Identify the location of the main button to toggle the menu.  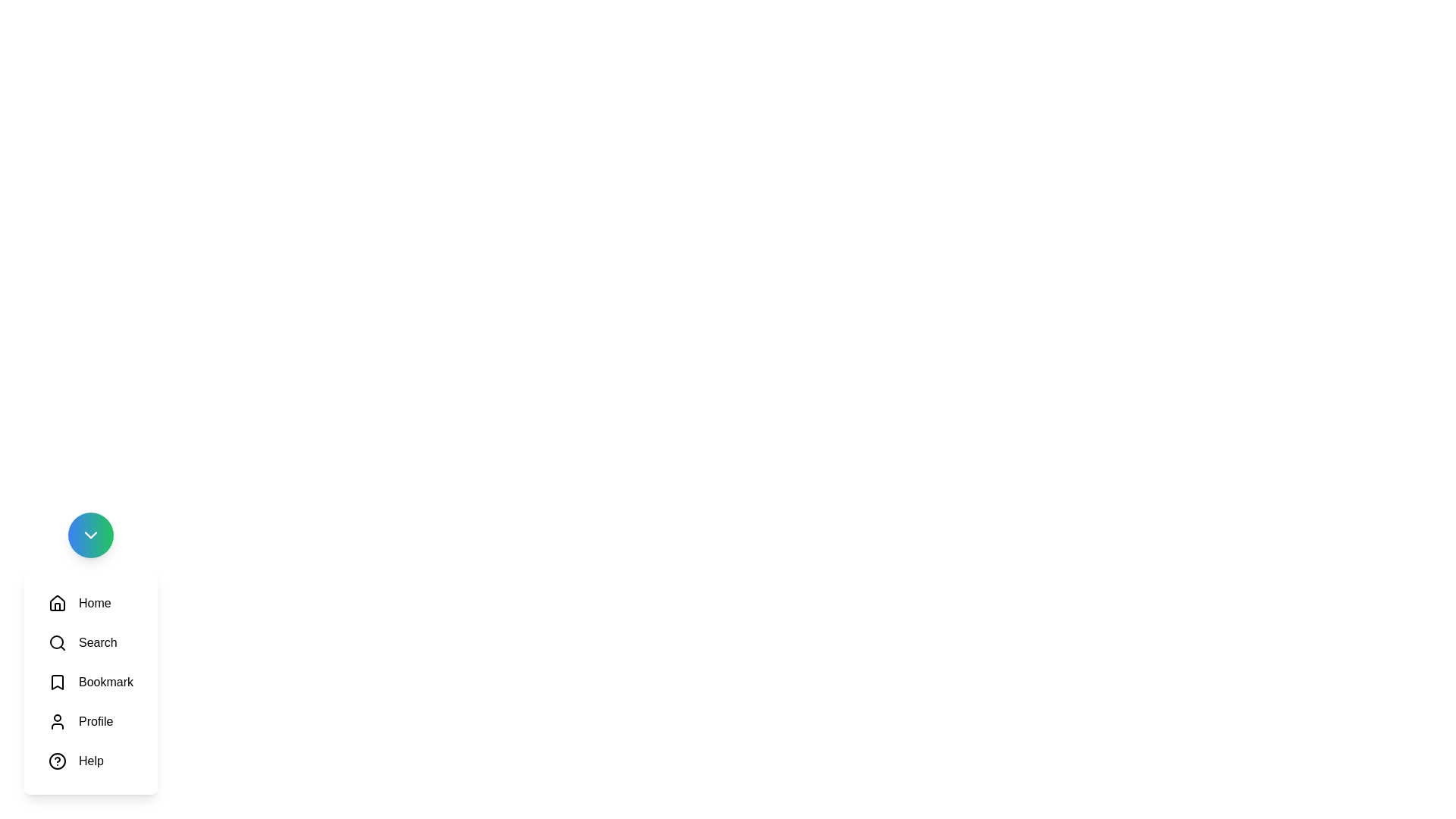
(90, 534).